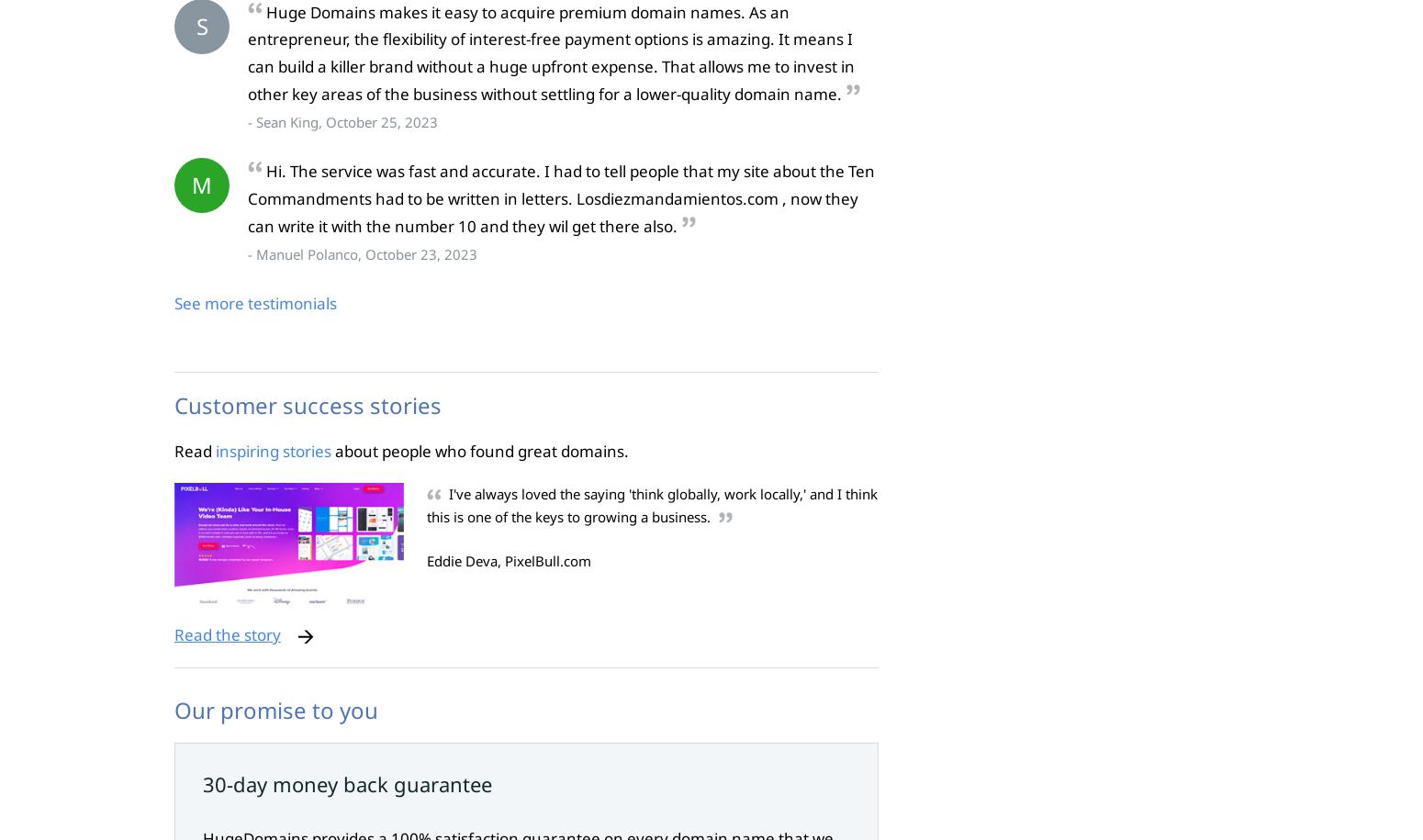 This screenshot has height=840, width=1423. I want to click on 'I've always loved the saying 'think globally, work locally,' and I think this is one of the keys to growing a business.', so click(652, 505).